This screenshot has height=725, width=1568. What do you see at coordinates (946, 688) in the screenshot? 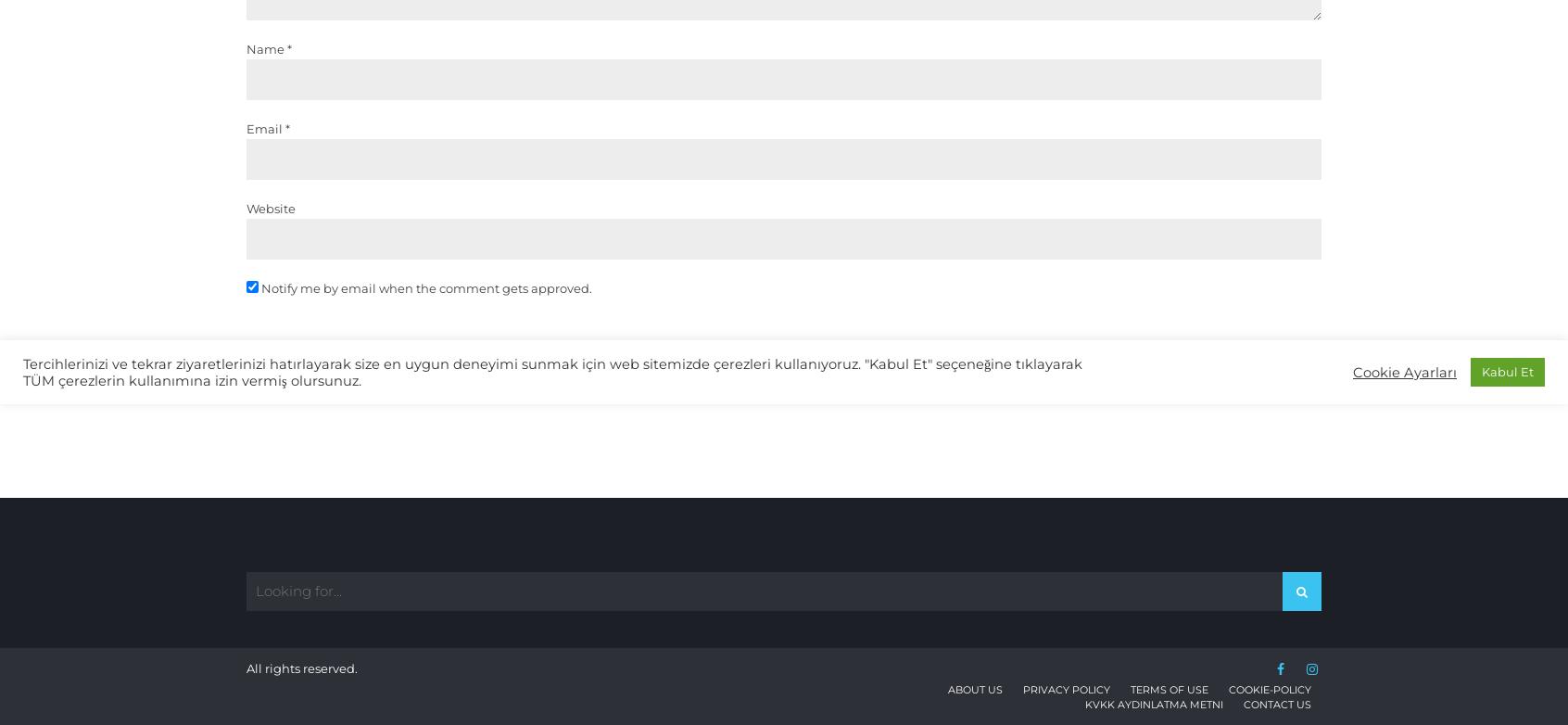
I see `'About Us'` at bounding box center [946, 688].